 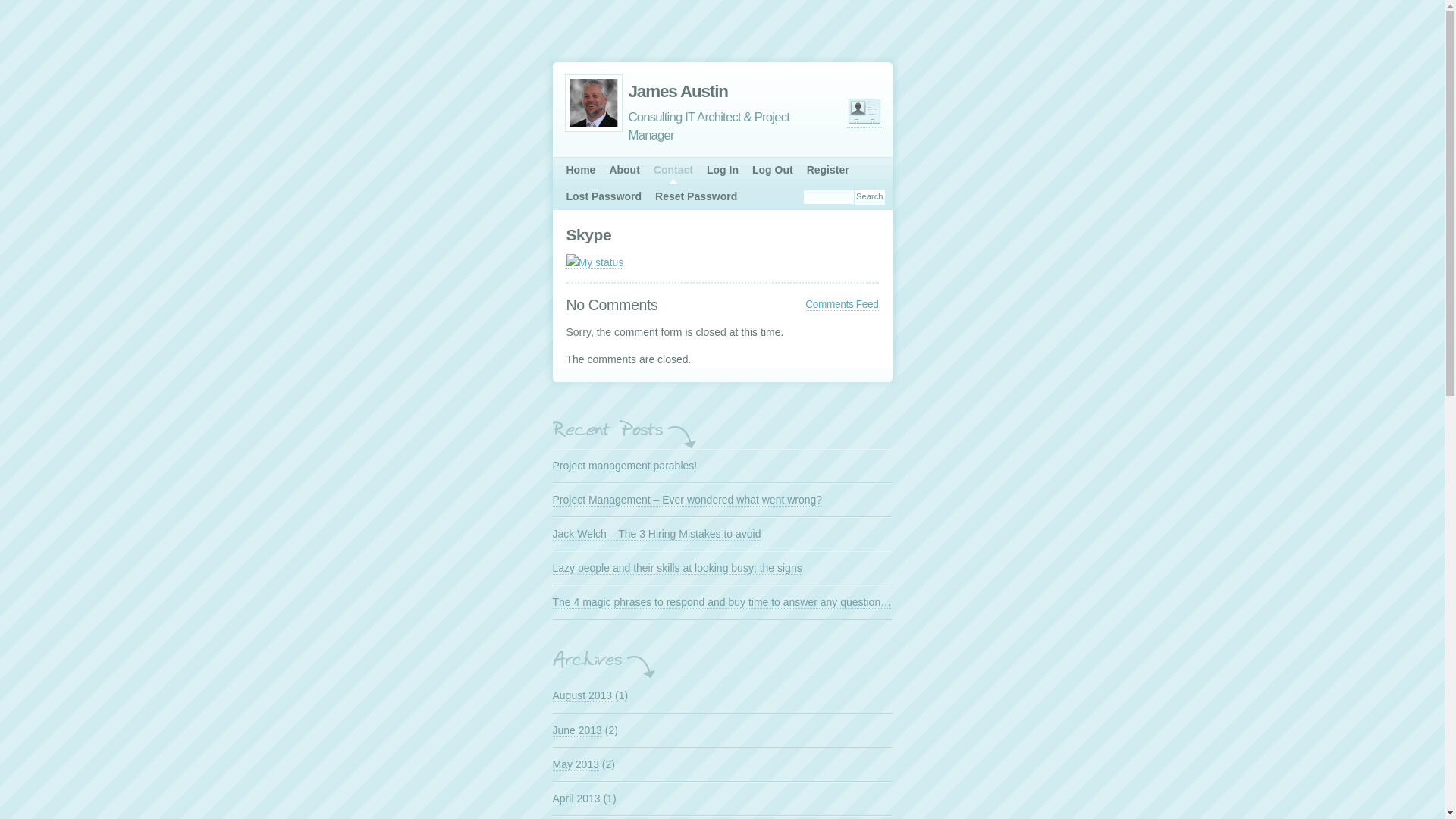 I want to click on 'May 2013', so click(x=574, y=764).